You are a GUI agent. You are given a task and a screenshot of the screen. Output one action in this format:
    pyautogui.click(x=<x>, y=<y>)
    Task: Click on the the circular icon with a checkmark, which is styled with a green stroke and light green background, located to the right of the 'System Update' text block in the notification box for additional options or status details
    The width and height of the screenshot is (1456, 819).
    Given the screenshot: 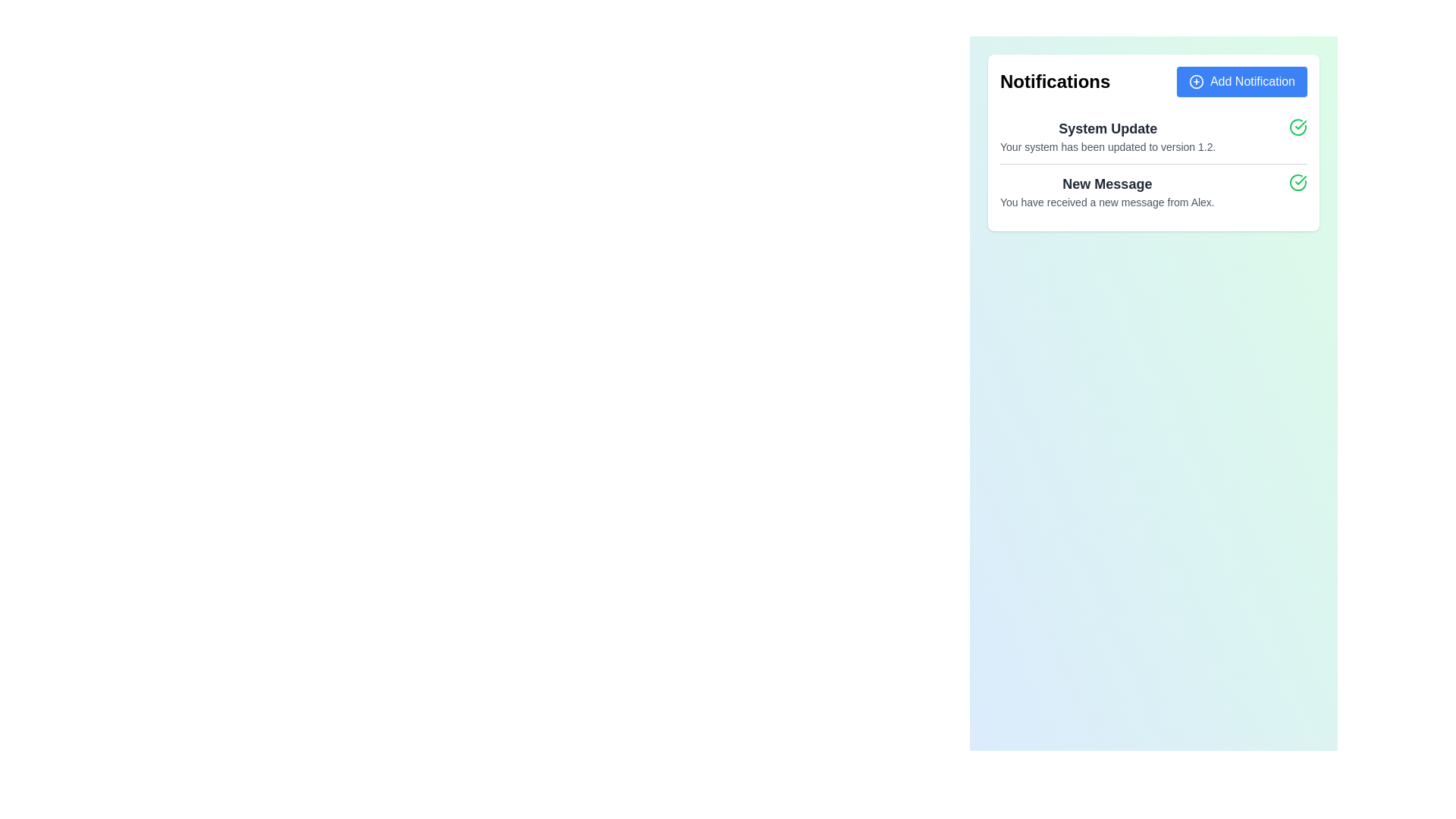 What is the action you would take?
    pyautogui.click(x=1298, y=127)
    